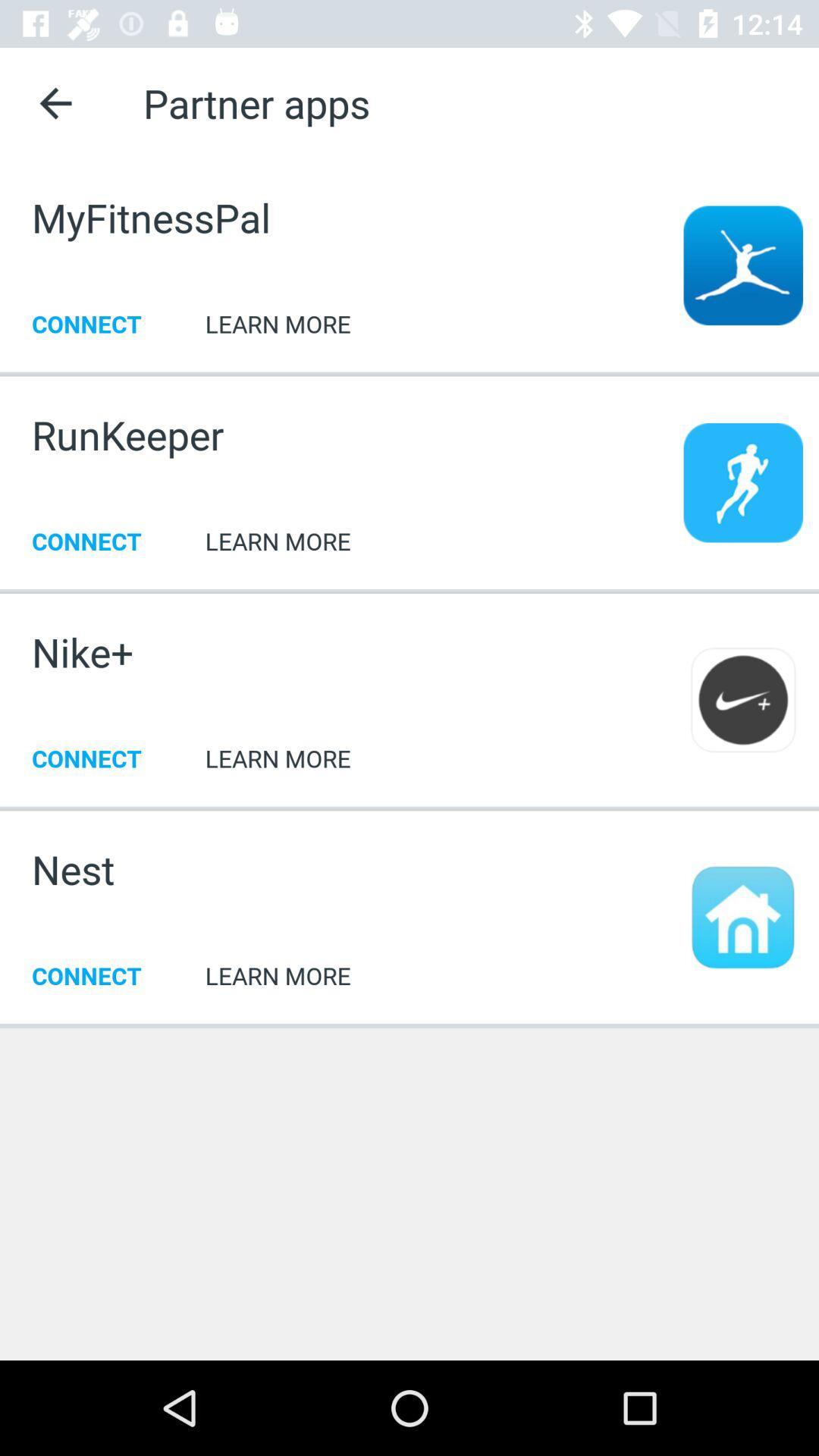 This screenshot has width=819, height=1456. Describe the element at coordinates (127, 434) in the screenshot. I see `item above connect icon` at that location.